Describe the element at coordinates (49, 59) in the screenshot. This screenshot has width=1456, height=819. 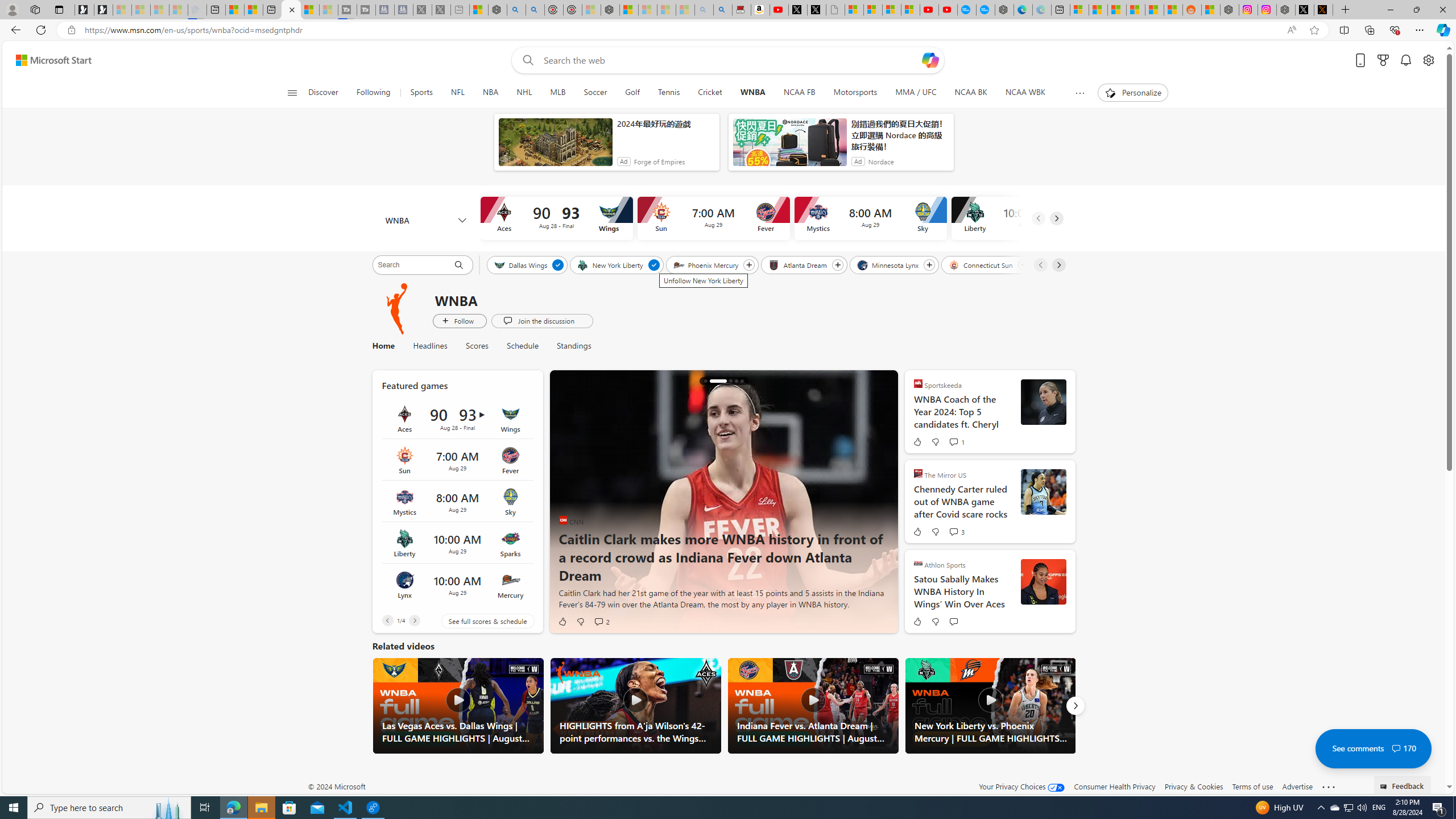
I see `'Skip to content'` at that location.